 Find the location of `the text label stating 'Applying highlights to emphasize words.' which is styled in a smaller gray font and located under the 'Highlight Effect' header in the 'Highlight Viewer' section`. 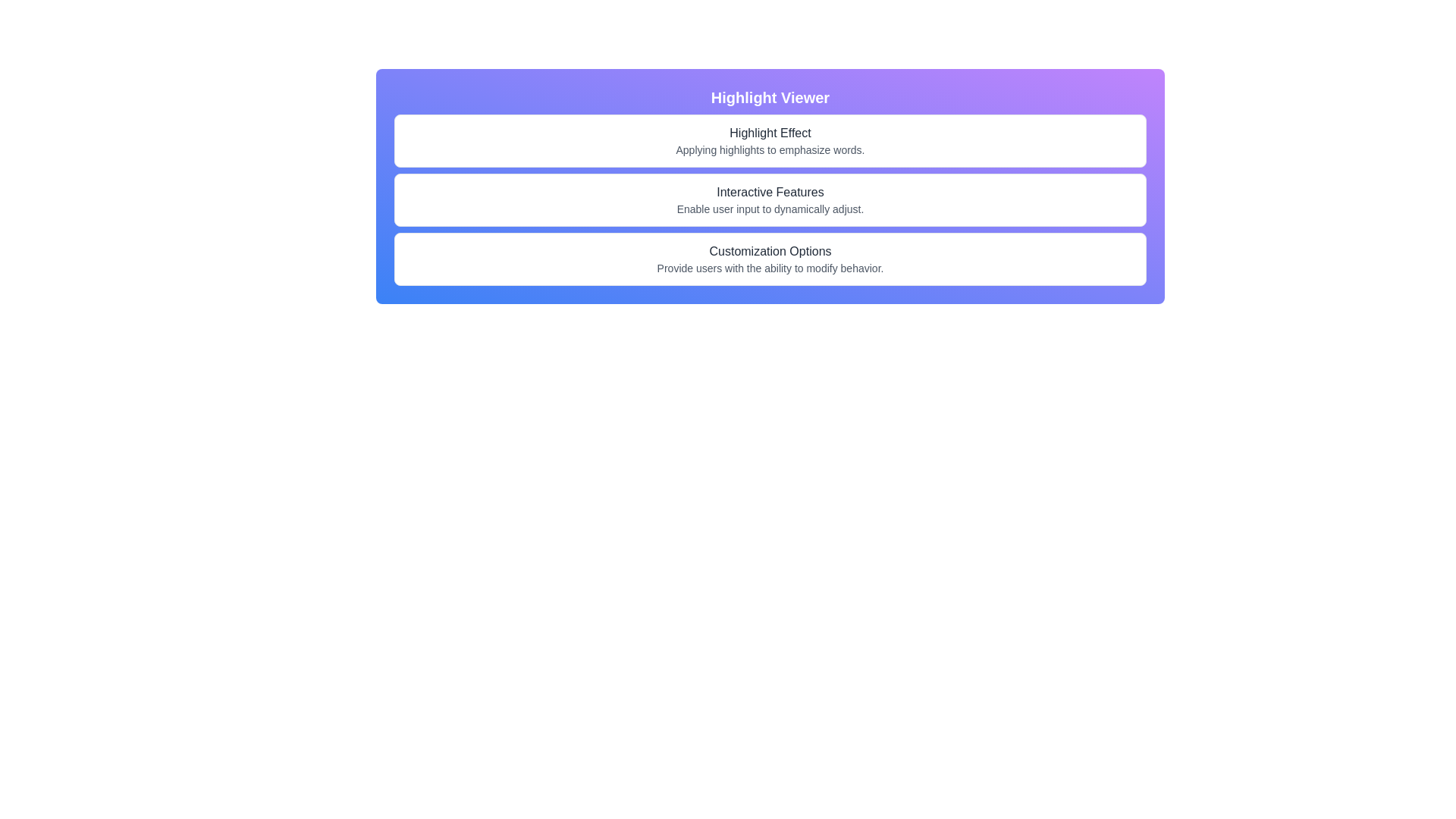

the text label stating 'Applying highlights to emphasize words.' which is styled in a smaller gray font and located under the 'Highlight Effect' header in the 'Highlight Viewer' section is located at coordinates (770, 149).